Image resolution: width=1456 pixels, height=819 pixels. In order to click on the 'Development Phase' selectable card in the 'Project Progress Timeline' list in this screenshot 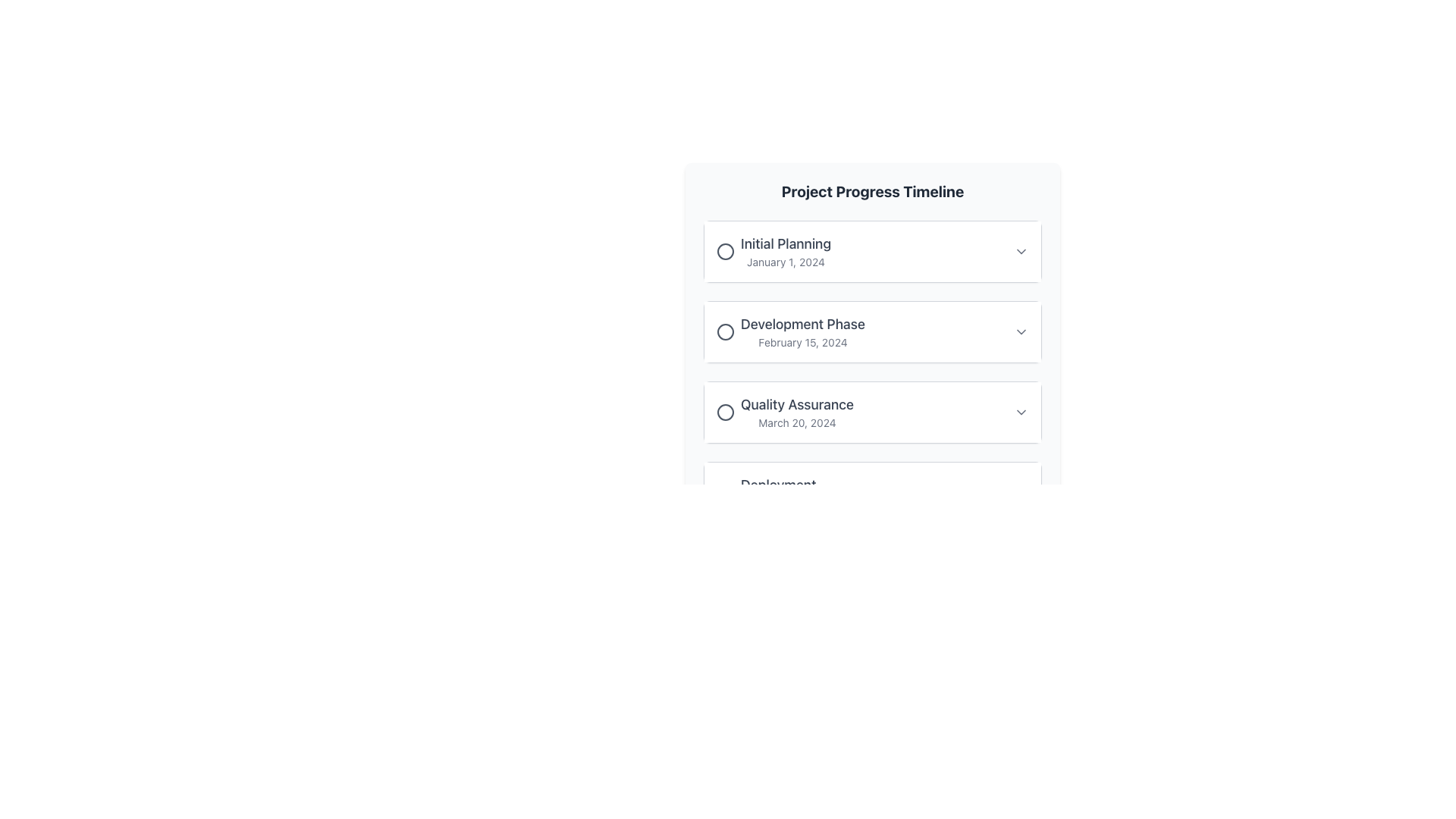, I will do `click(873, 331)`.